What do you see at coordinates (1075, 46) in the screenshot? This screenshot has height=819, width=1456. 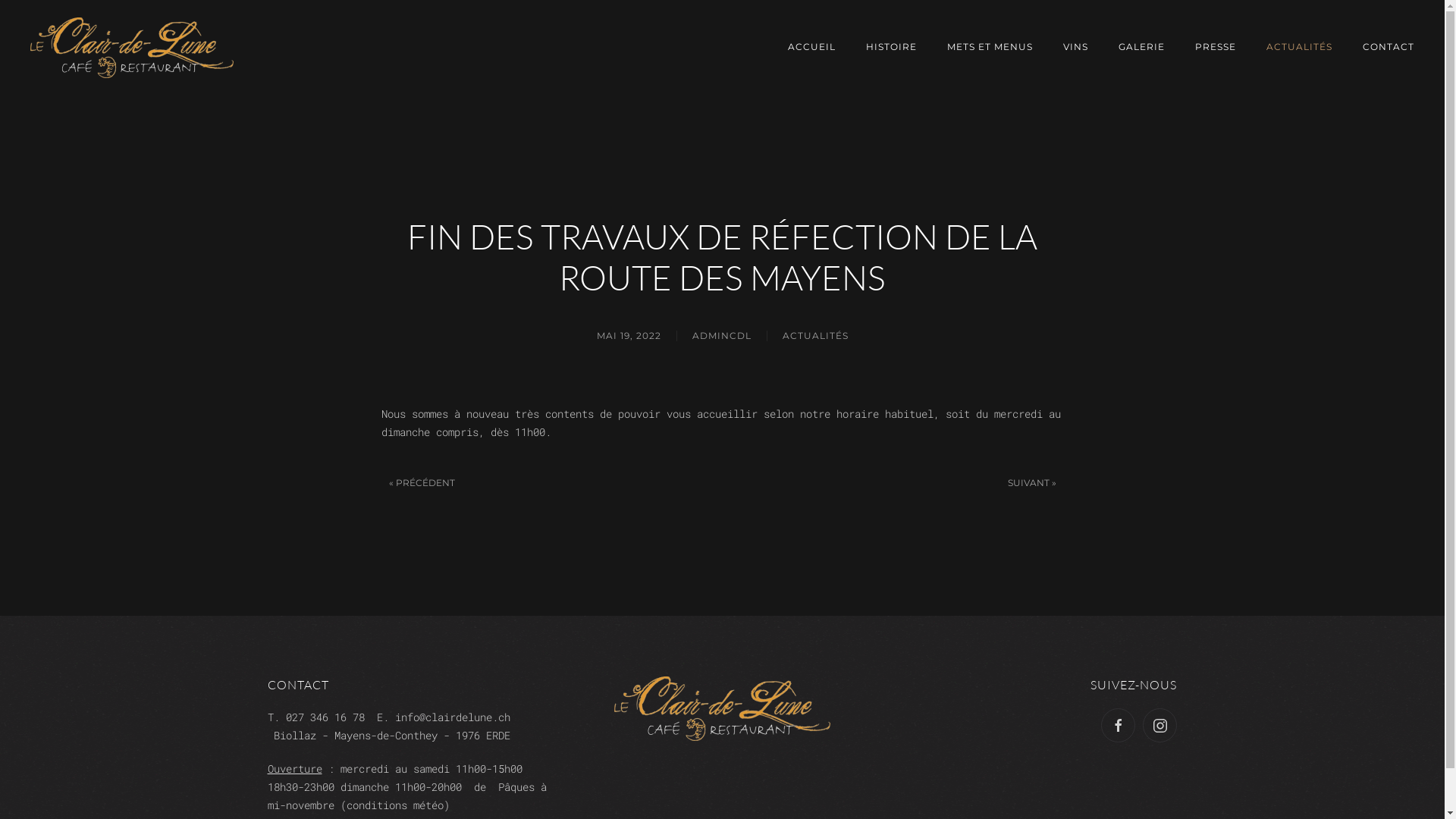 I see `'VINS'` at bounding box center [1075, 46].